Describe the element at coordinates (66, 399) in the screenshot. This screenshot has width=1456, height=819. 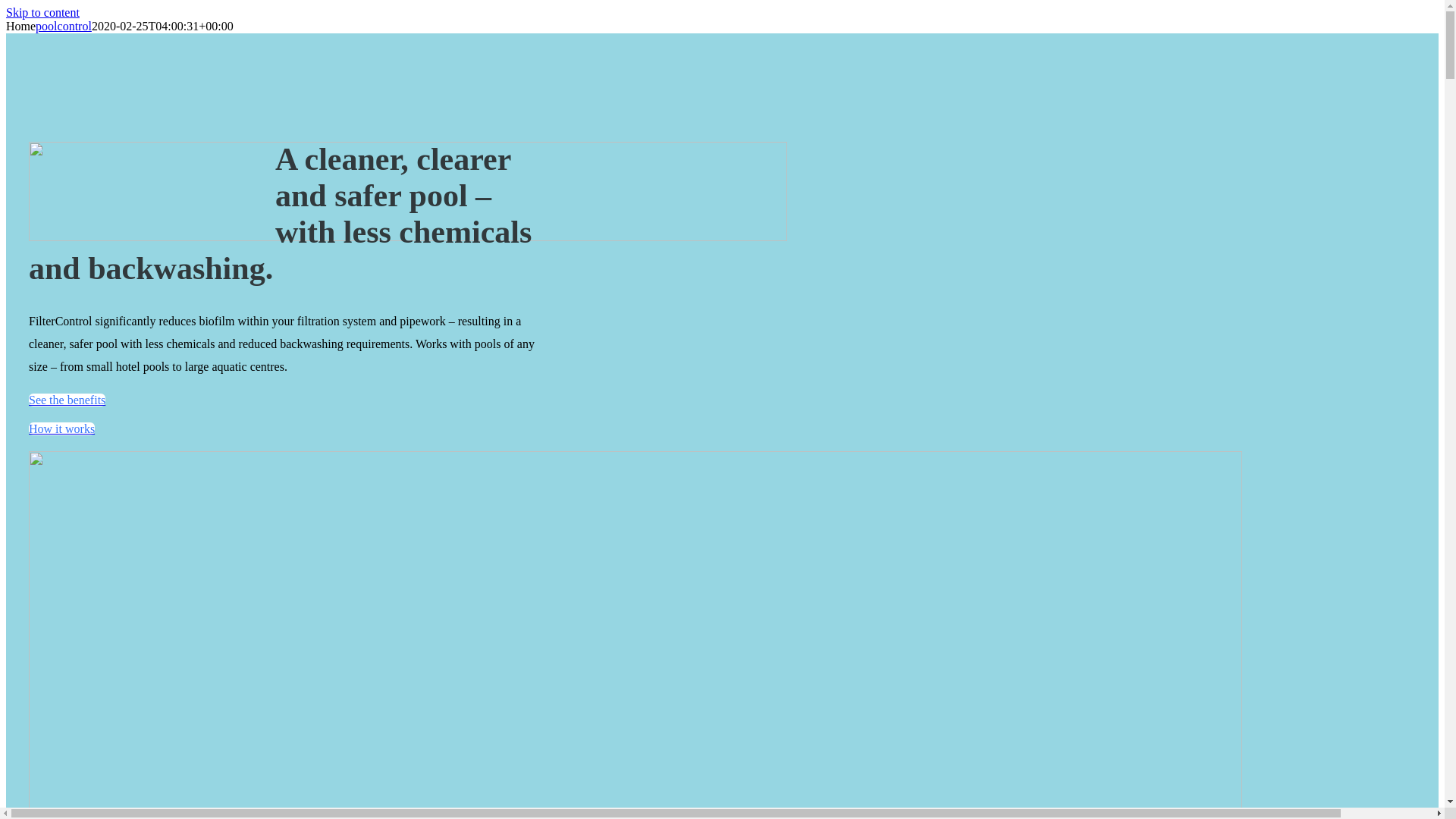
I see `'See the benefits'` at that location.